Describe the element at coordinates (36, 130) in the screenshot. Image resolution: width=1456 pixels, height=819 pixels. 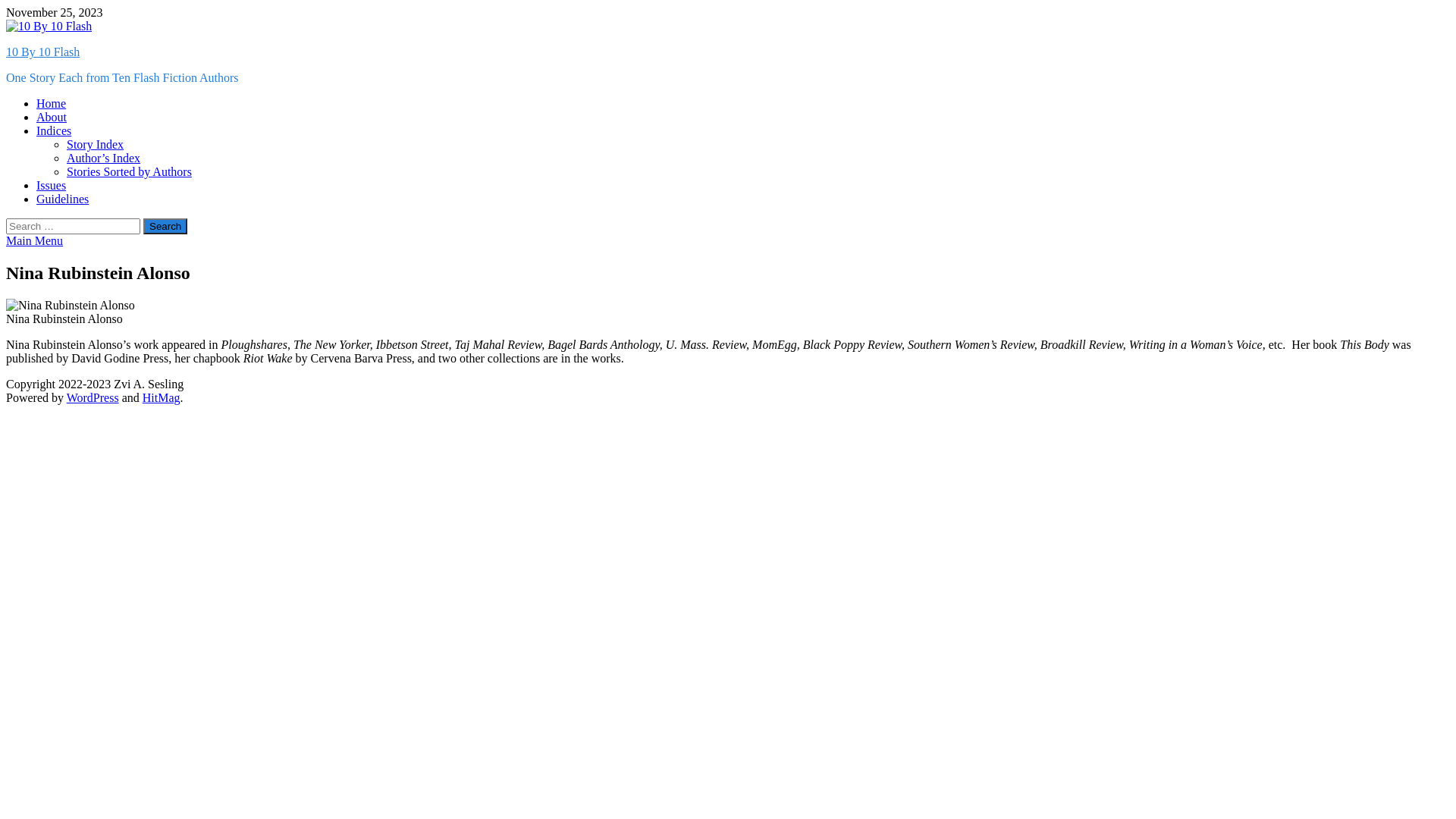
I see `'Indices'` at that location.